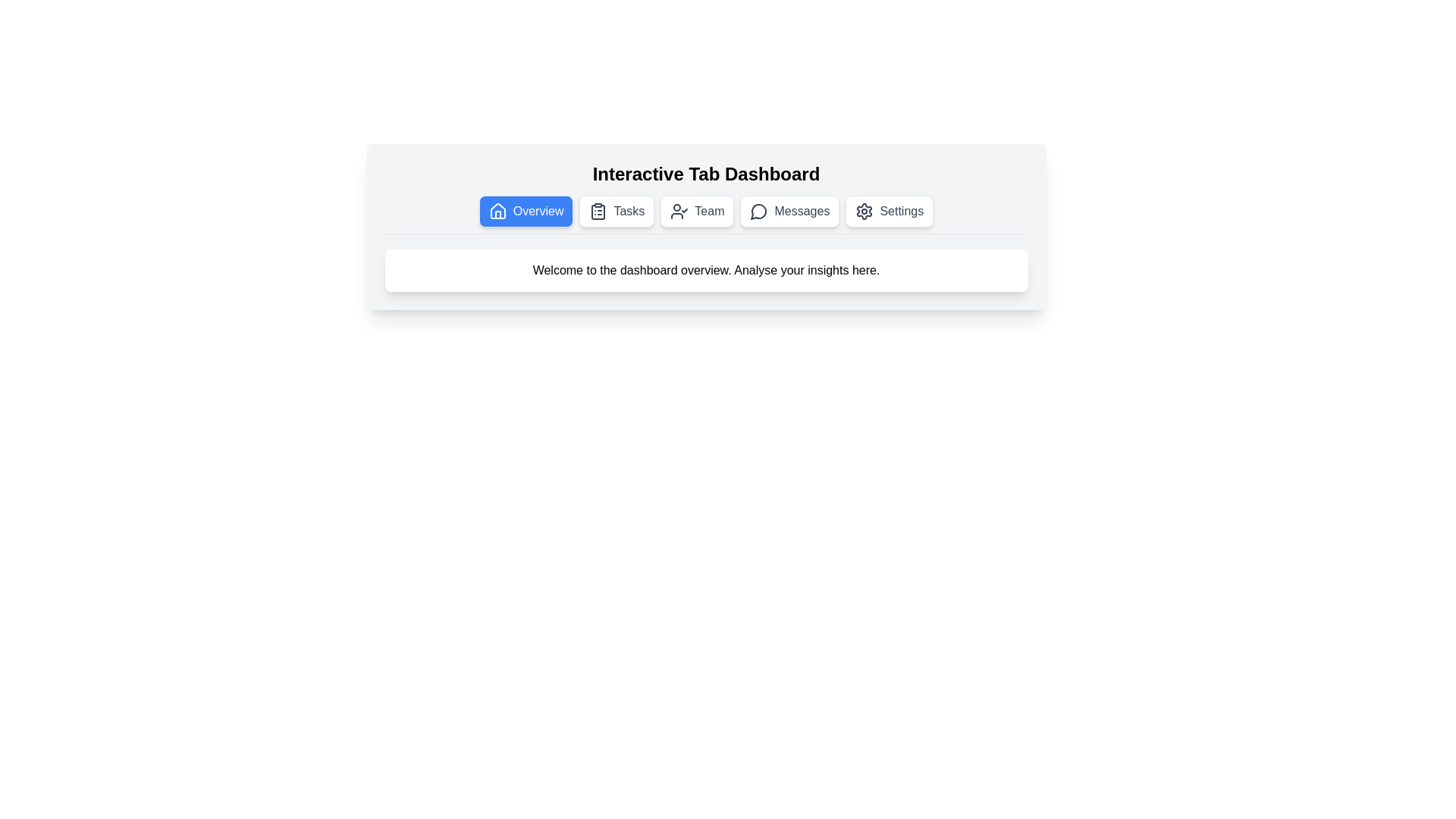  I want to click on the 'Settings' icon located at the top-right corner of the dashboard header area to check options, so click(864, 211).